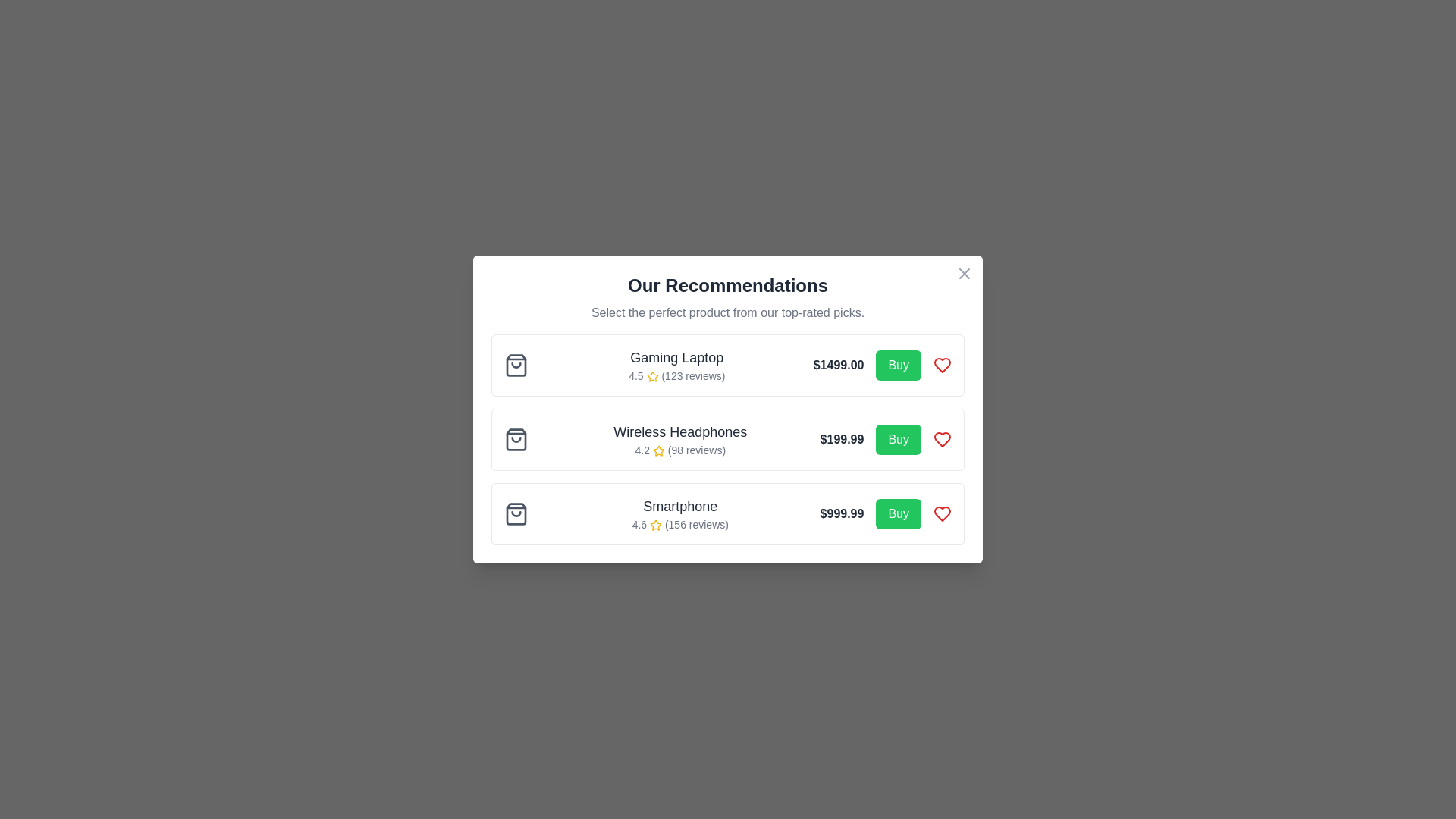  What do you see at coordinates (516, 513) in the screenshot?
I see `the non-interactive shopping icon located as the leftmost icon in the third item of the product list for the product titled 'Smartphone'` at bounding box center [516, 513].